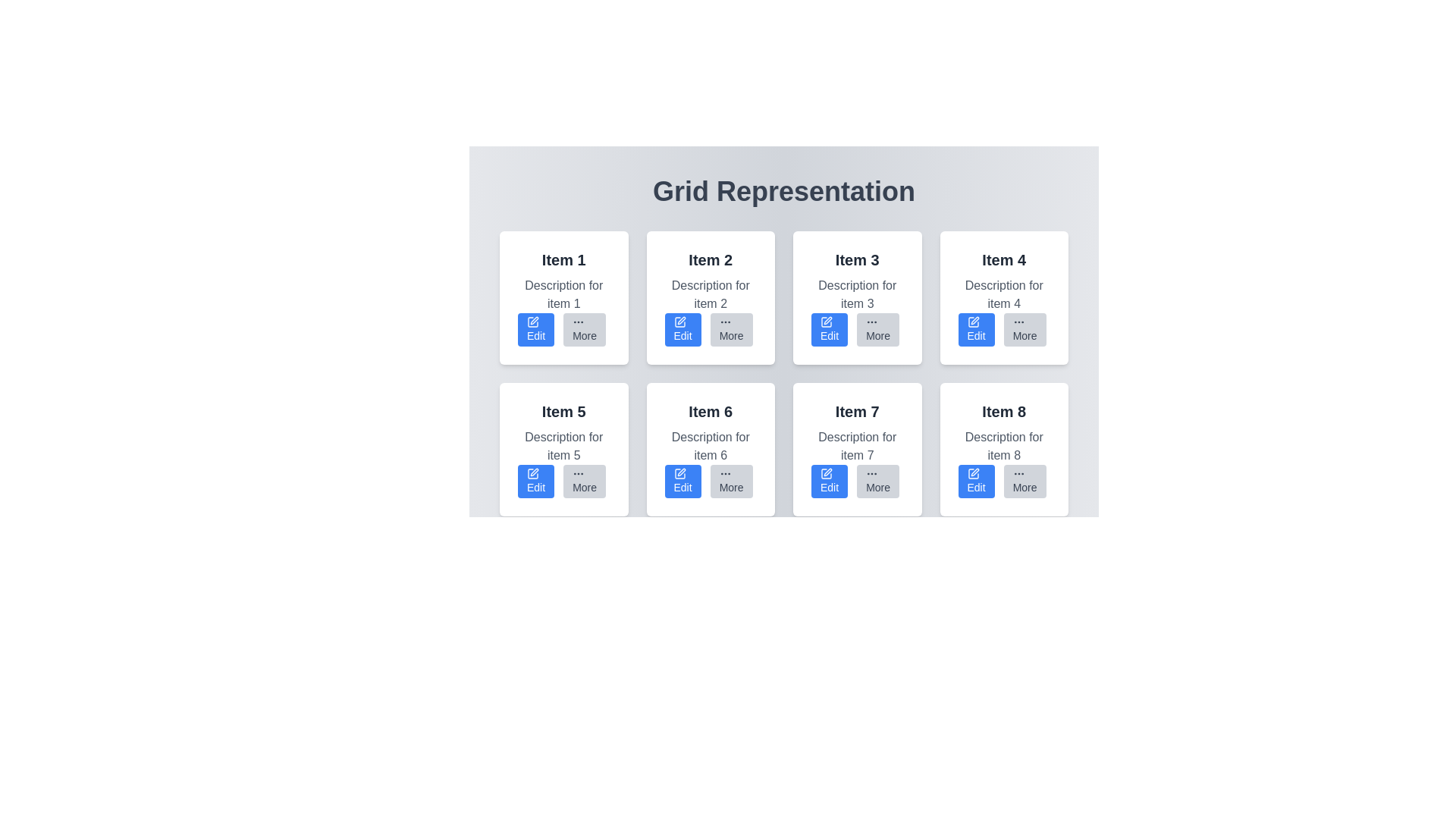  I want to click on the buttons in the Button Group located in the bottom action section of the fourth card labeled 'Item 4', so click(1004, 329).